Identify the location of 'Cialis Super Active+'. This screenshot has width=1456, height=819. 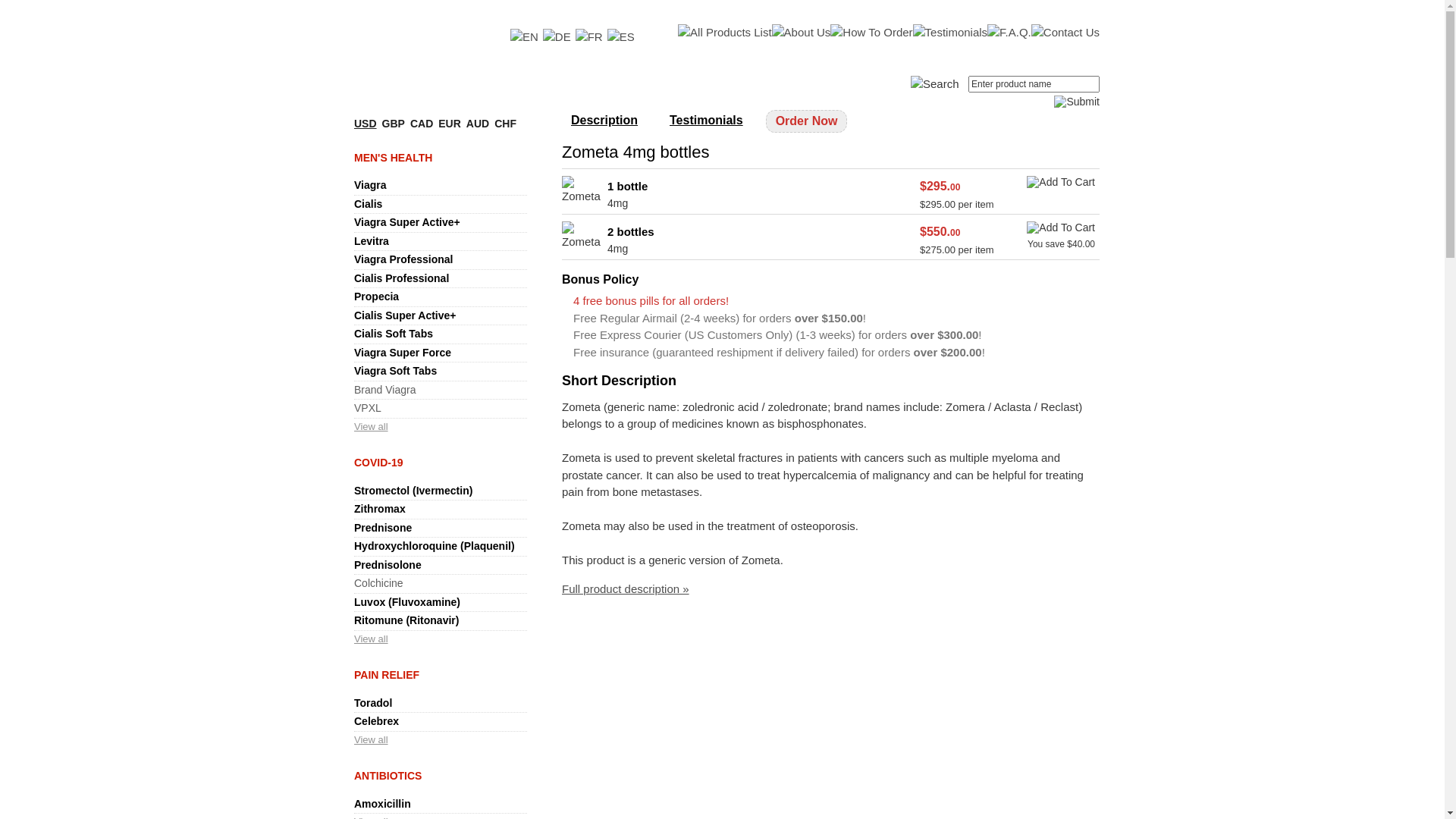
(404, 315).